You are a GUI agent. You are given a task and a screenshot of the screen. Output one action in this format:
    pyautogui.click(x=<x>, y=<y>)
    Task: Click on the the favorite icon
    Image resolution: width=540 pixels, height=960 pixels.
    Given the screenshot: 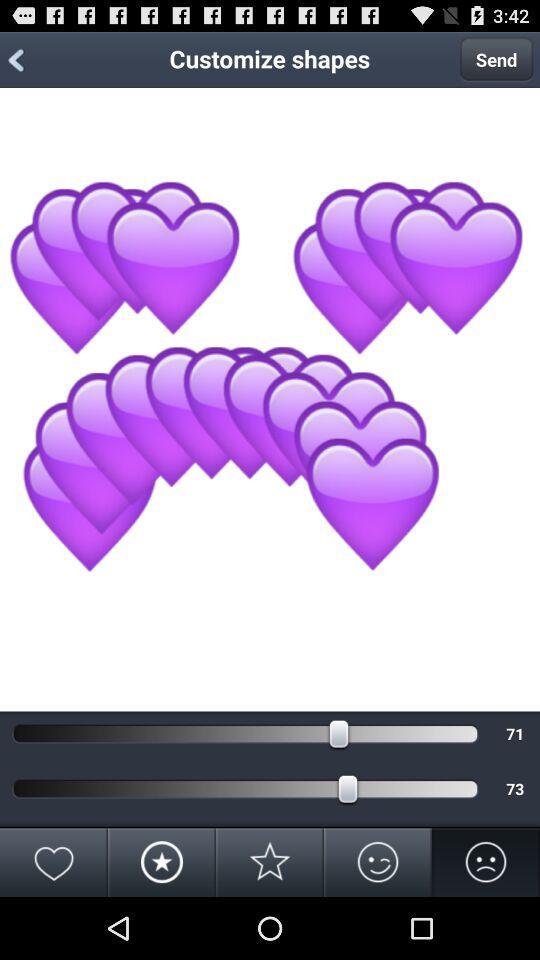 What is the action you would take?
    pyautogui.click(x=54, y=922)
    